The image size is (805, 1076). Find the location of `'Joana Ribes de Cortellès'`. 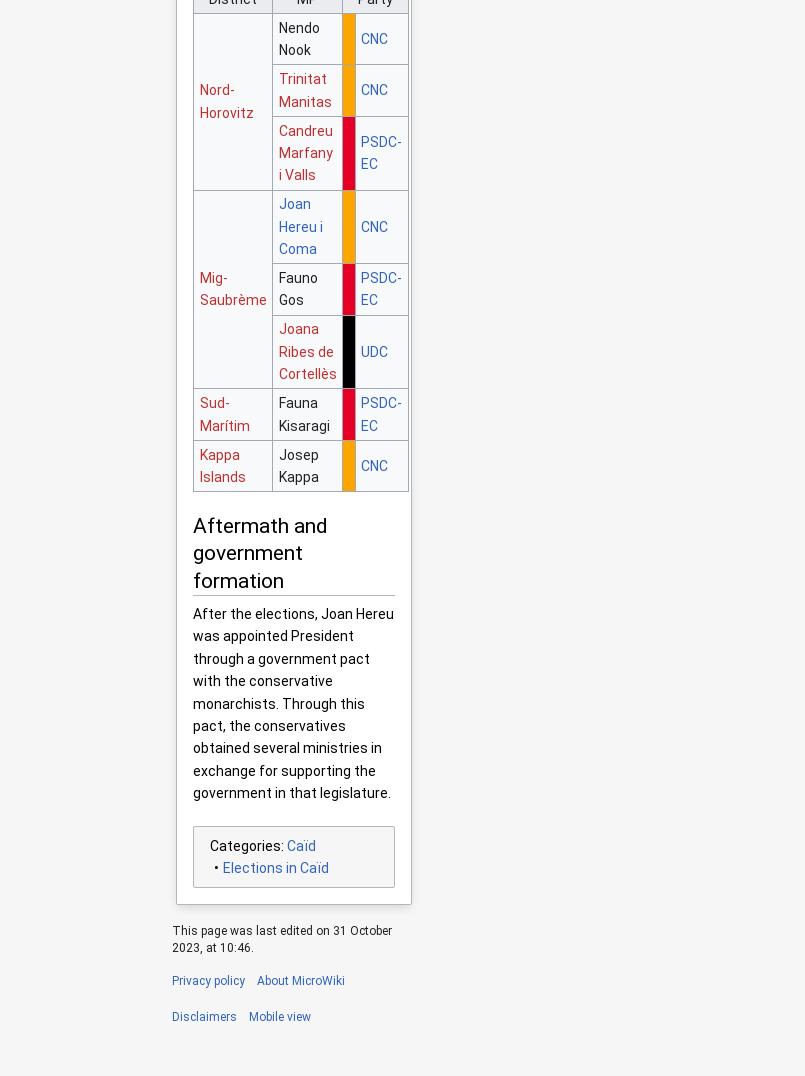

'Joana Ribes de Cortellès' is located at coordinates (306, 351).